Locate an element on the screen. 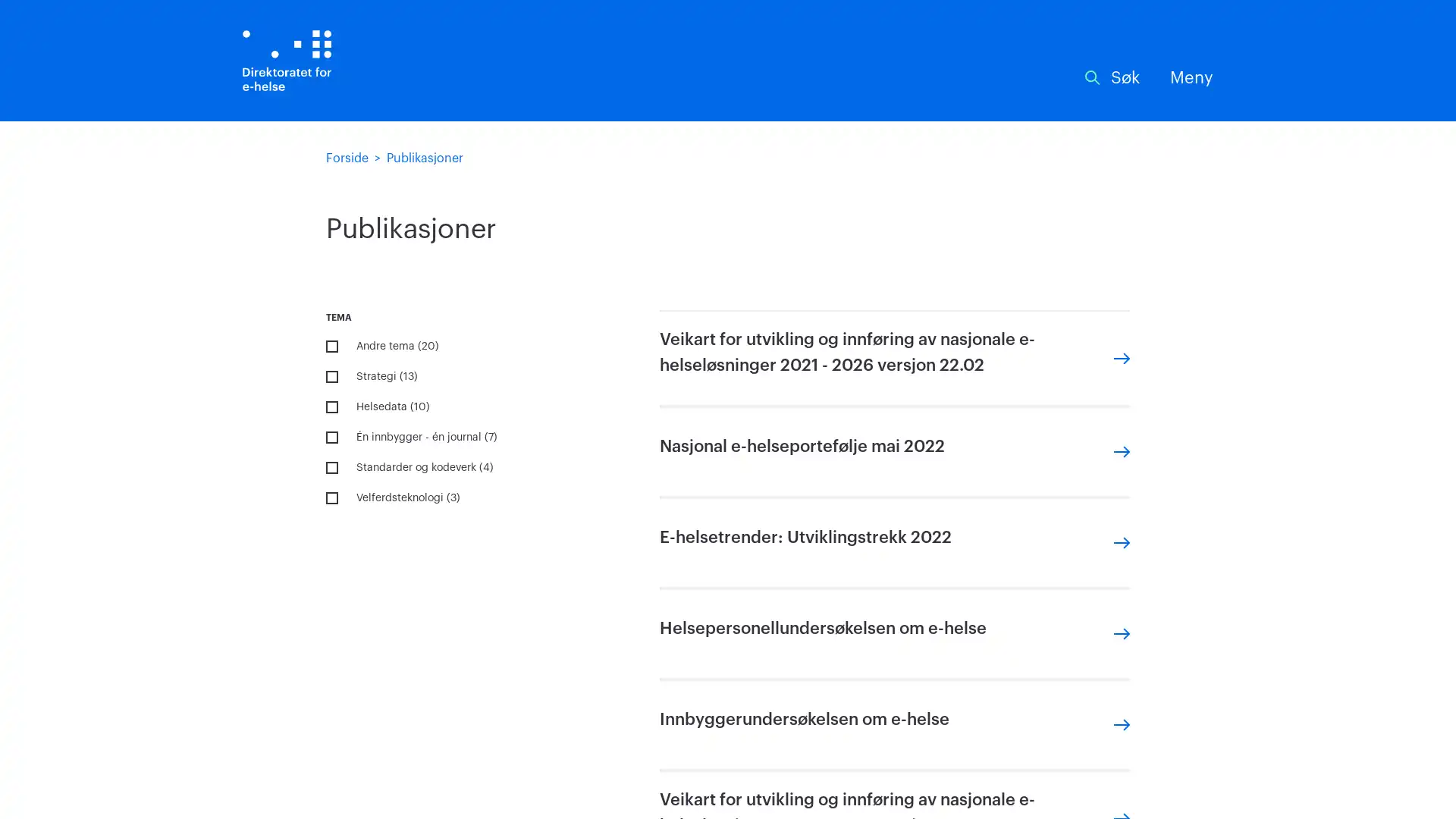 This screenshot has width=1456, height=819. Meny is located at coordinates (1191, 78).